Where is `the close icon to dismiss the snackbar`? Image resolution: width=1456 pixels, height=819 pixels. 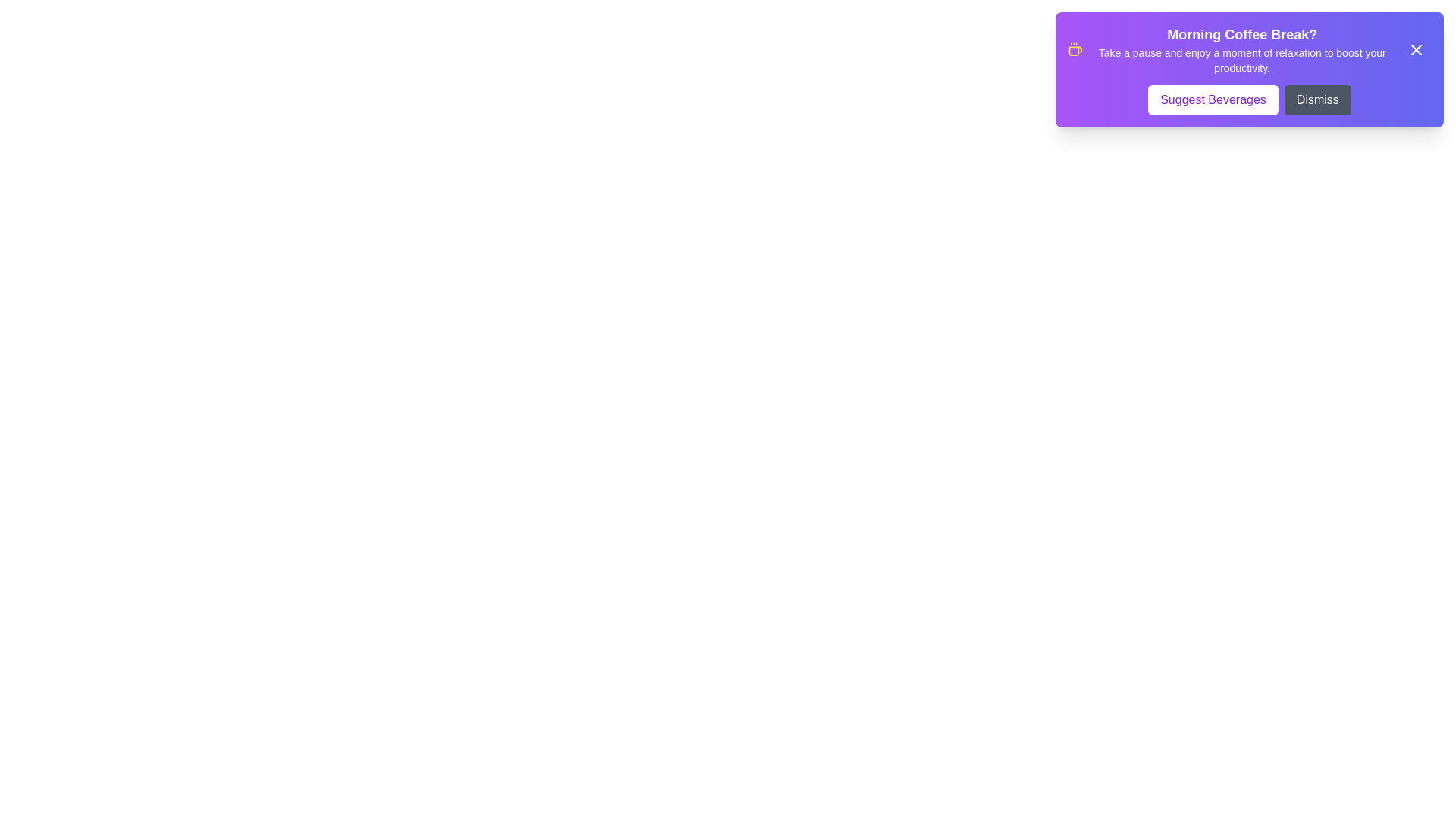
the close icon to dismiss the snackbar is located at coordinates (1415, 49).